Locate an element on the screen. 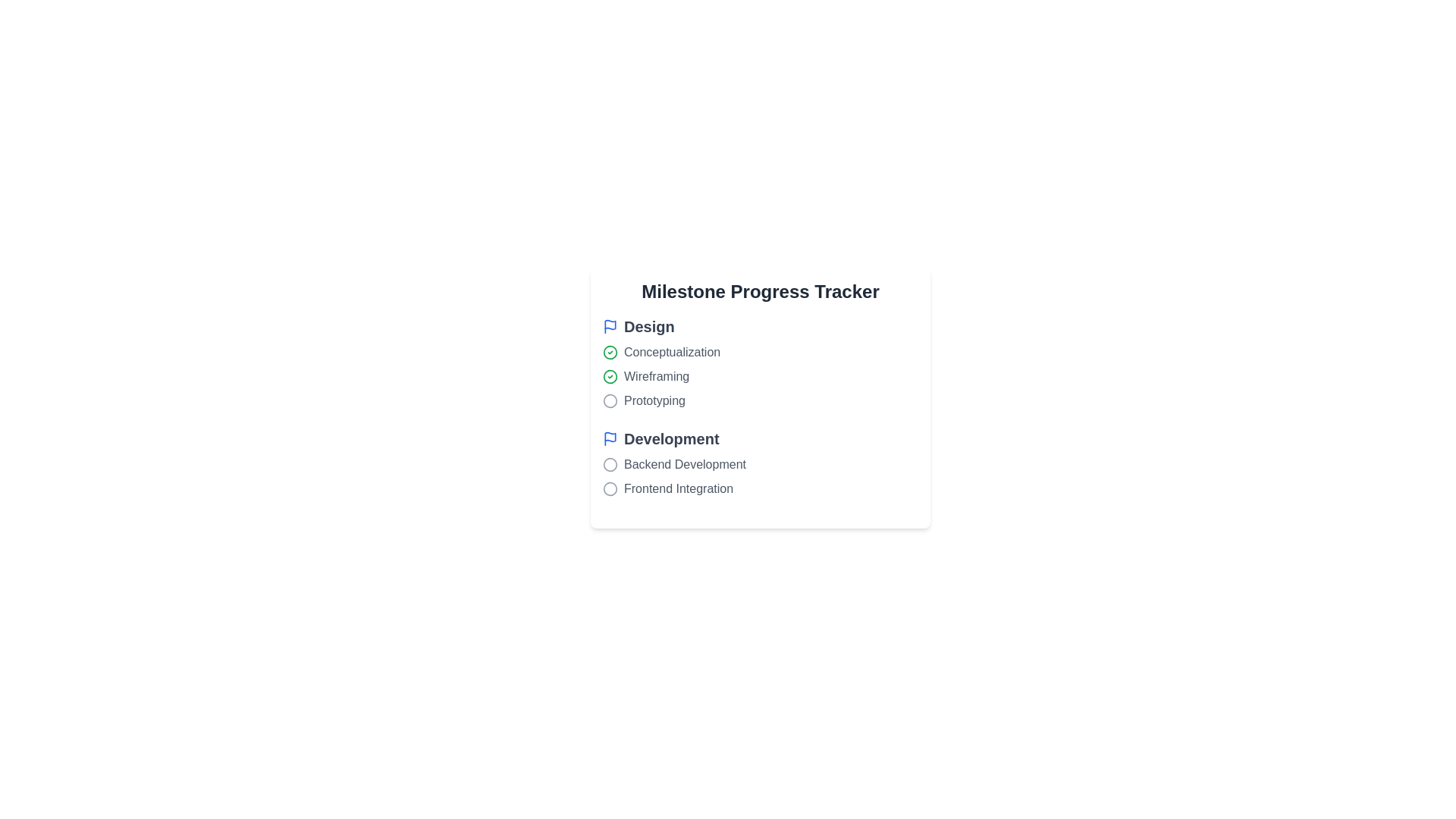  the 'Design' category icon located in the top-left corner of the 'Design' section, adjacent to the heading text 'Design' is located at coordinates (610, 326).